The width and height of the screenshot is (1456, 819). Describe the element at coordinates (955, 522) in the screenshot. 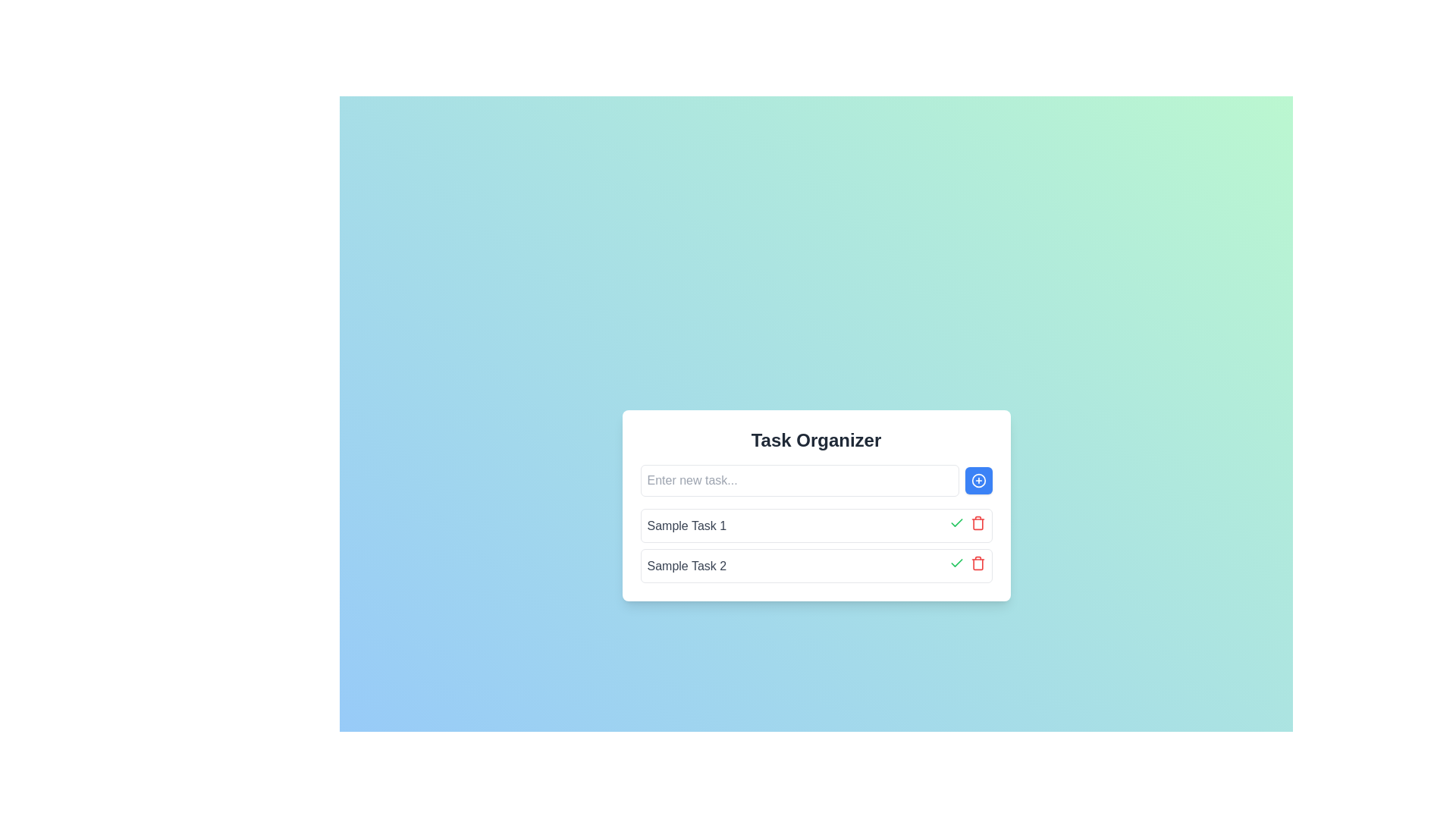

I see `the green checkmark icon located to the right of 'Sample Task 2' in the second row of the task management interface` at that location.